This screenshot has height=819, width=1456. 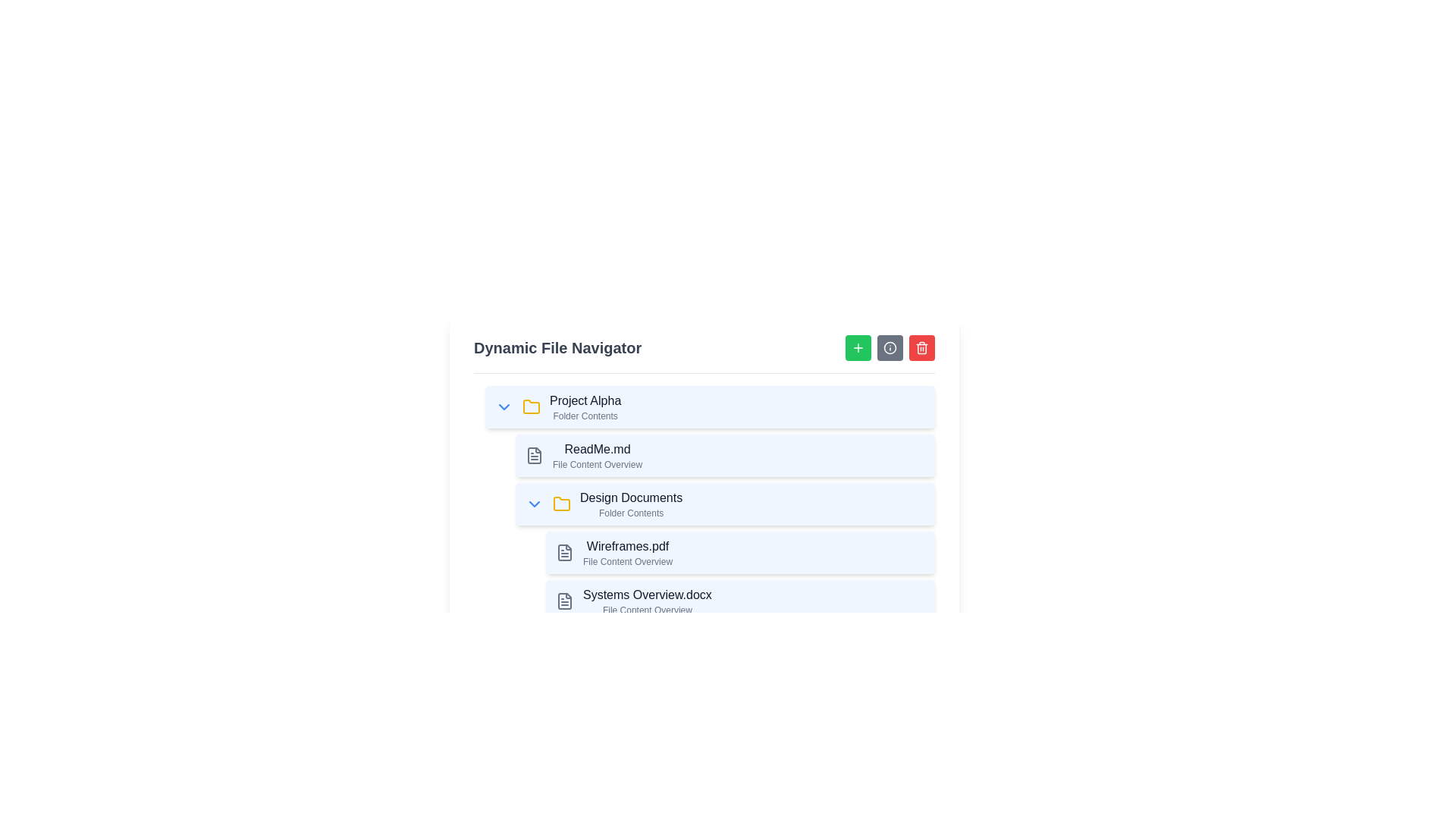 I want to click on the green button with white text and rounded corners located in the top-right corner of the interface to initiate an action, so click(x=858, y=348).